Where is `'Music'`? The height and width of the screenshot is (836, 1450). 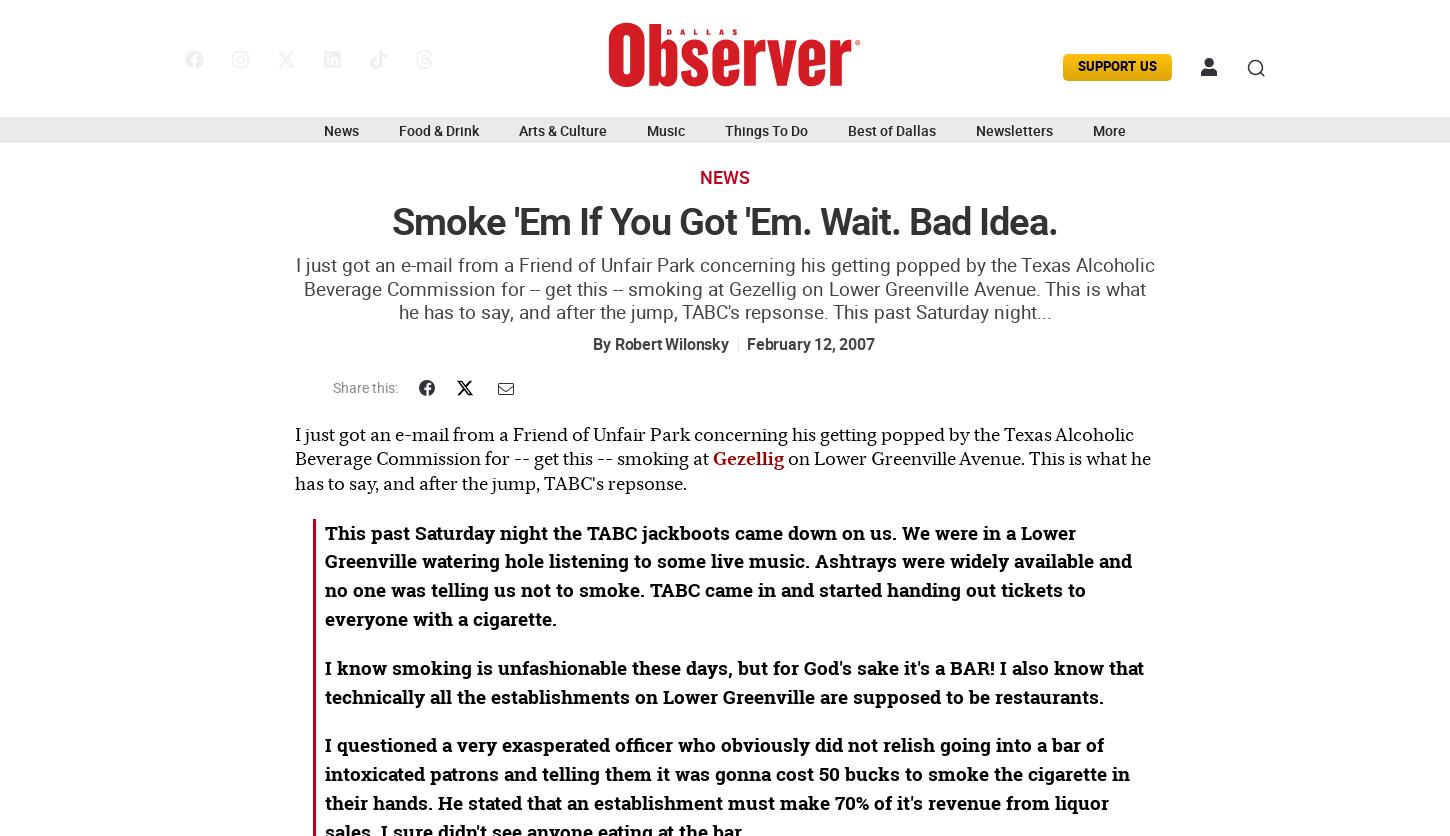 'Music' is located at coordinates (664, 128).